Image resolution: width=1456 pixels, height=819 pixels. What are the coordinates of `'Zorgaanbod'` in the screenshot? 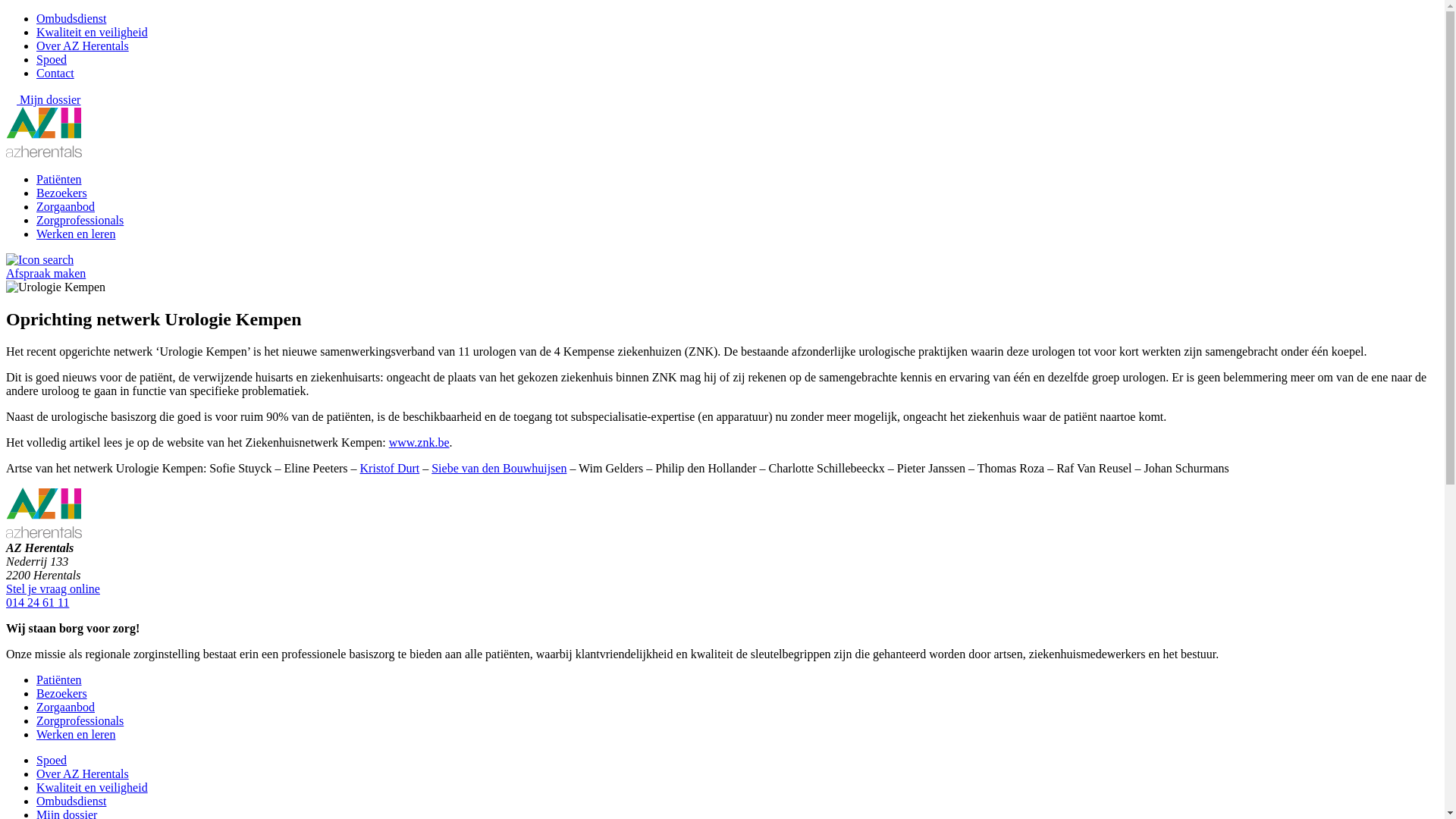 It's located at (64, 206).